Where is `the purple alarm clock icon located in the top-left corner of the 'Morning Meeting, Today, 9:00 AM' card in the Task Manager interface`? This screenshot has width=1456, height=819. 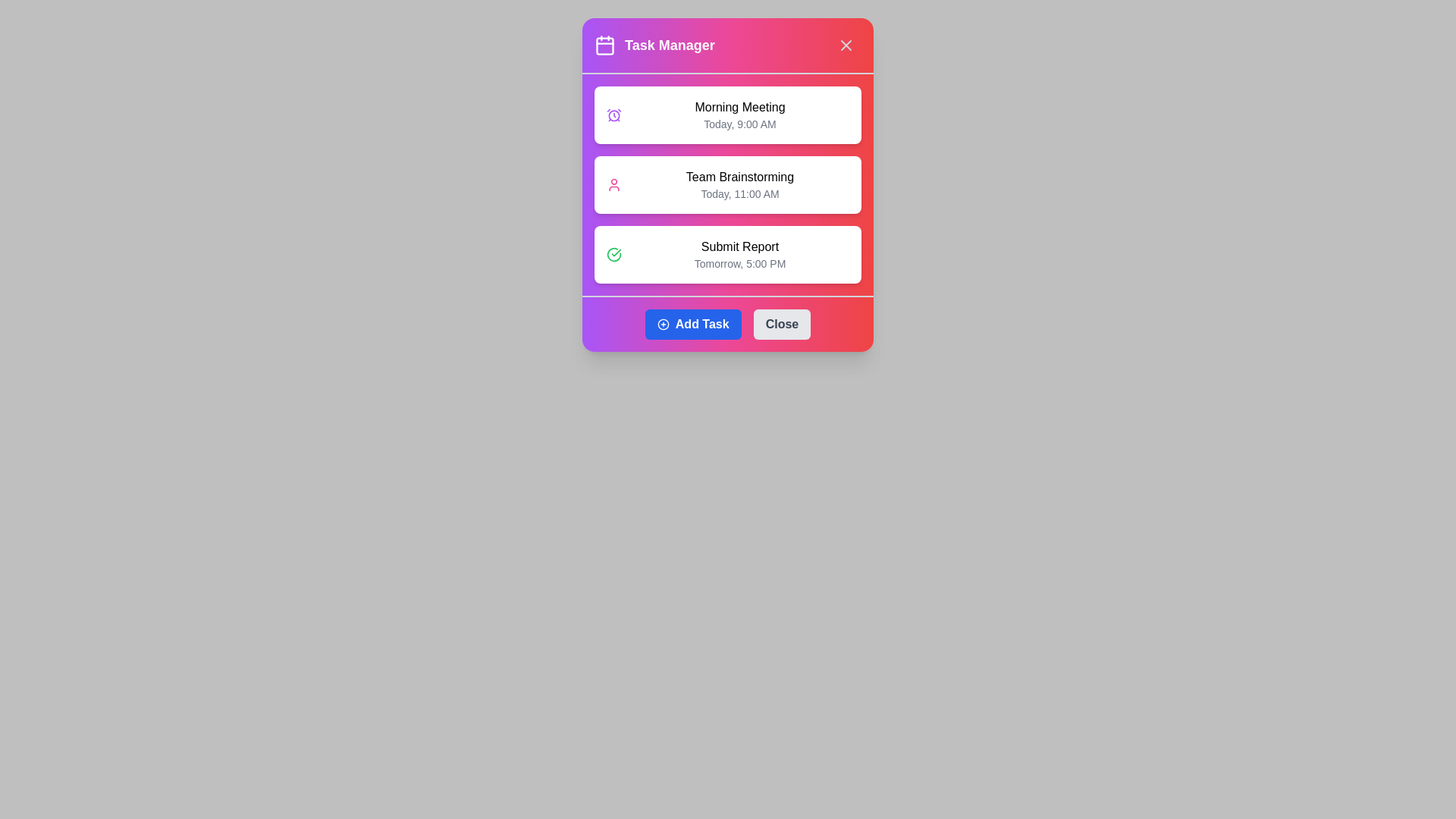
the purple alarm clock icon located in the top-left corner of the 'Morning Meeting, Today, 9:00 AM' card in the Task Manager interface is located at coordinates (614, 114).